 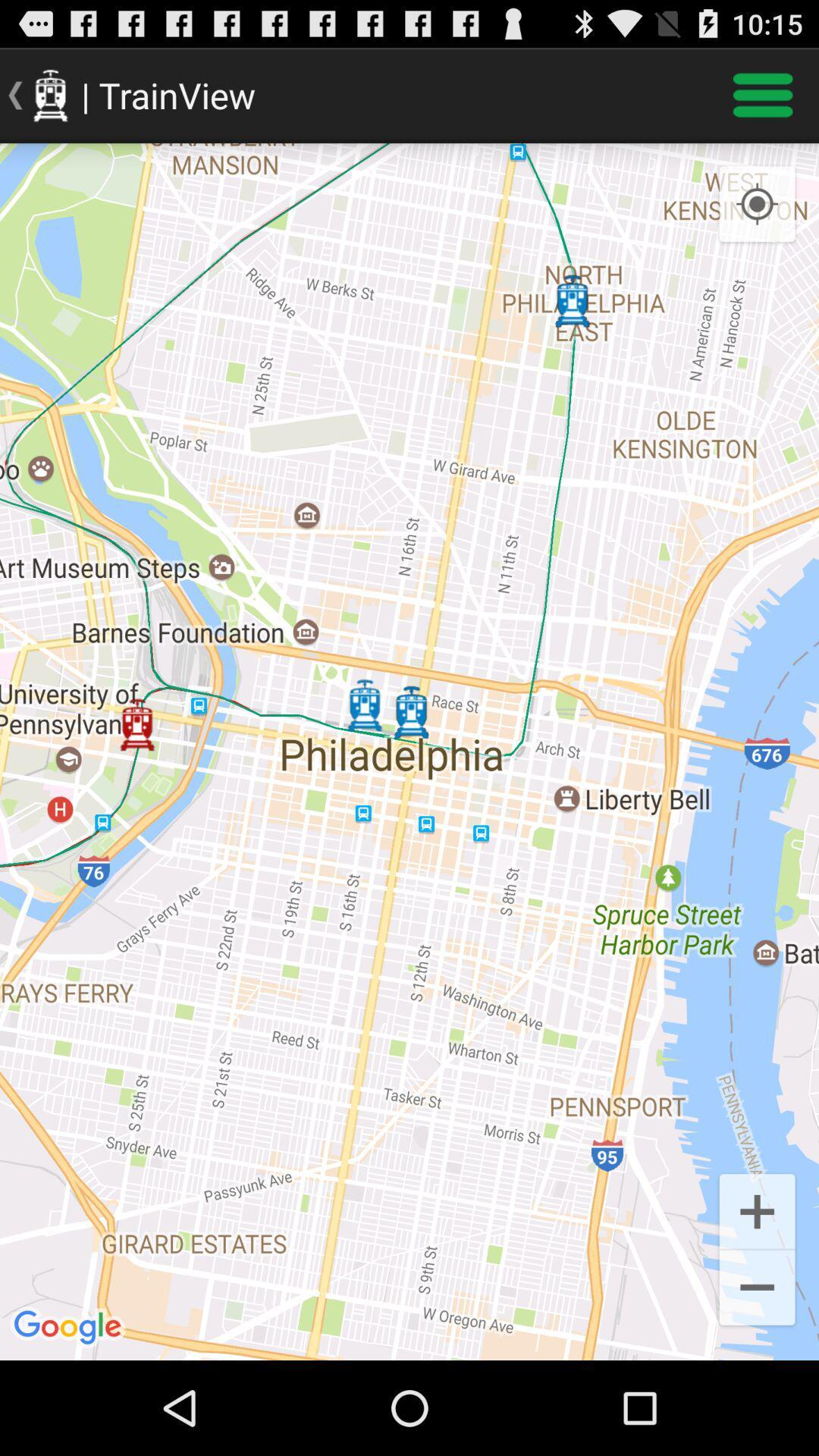 I want to click on the location_crosshair icon, so click(x=757, y=218).